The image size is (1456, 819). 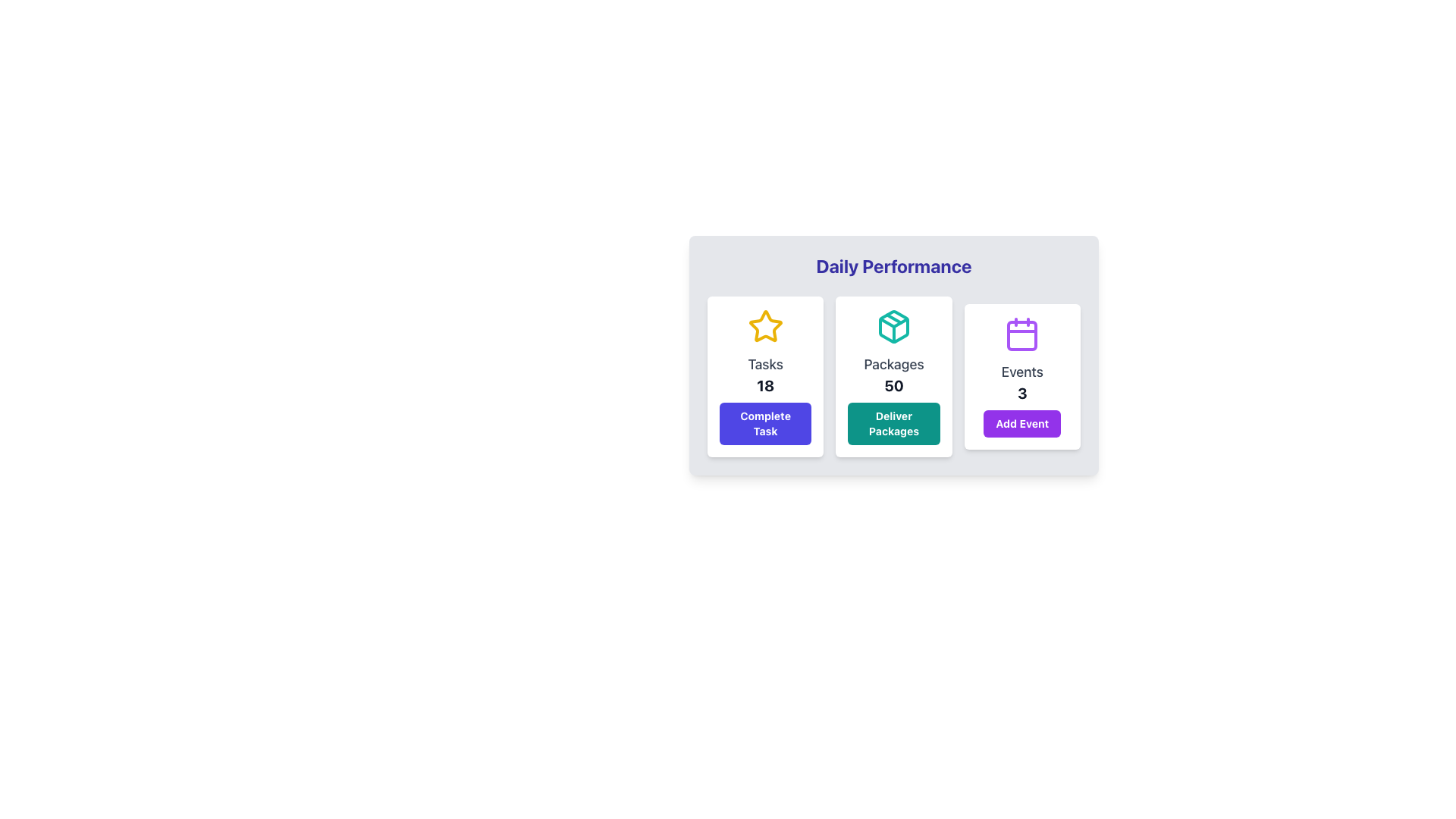 I want to click on the text label displaying 'Packages' in dark gray font, located in the second card of the 'Daily Performance' section between the package box icon and the number '50', so click(x=894, y=365).